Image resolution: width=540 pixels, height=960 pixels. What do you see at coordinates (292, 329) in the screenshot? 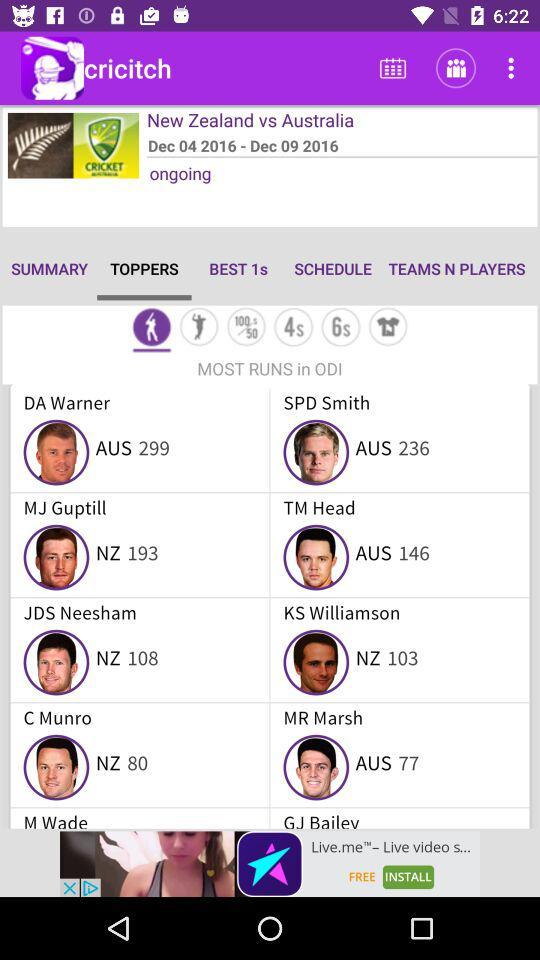
I see `the font icon` at bounding box center [292, 329].